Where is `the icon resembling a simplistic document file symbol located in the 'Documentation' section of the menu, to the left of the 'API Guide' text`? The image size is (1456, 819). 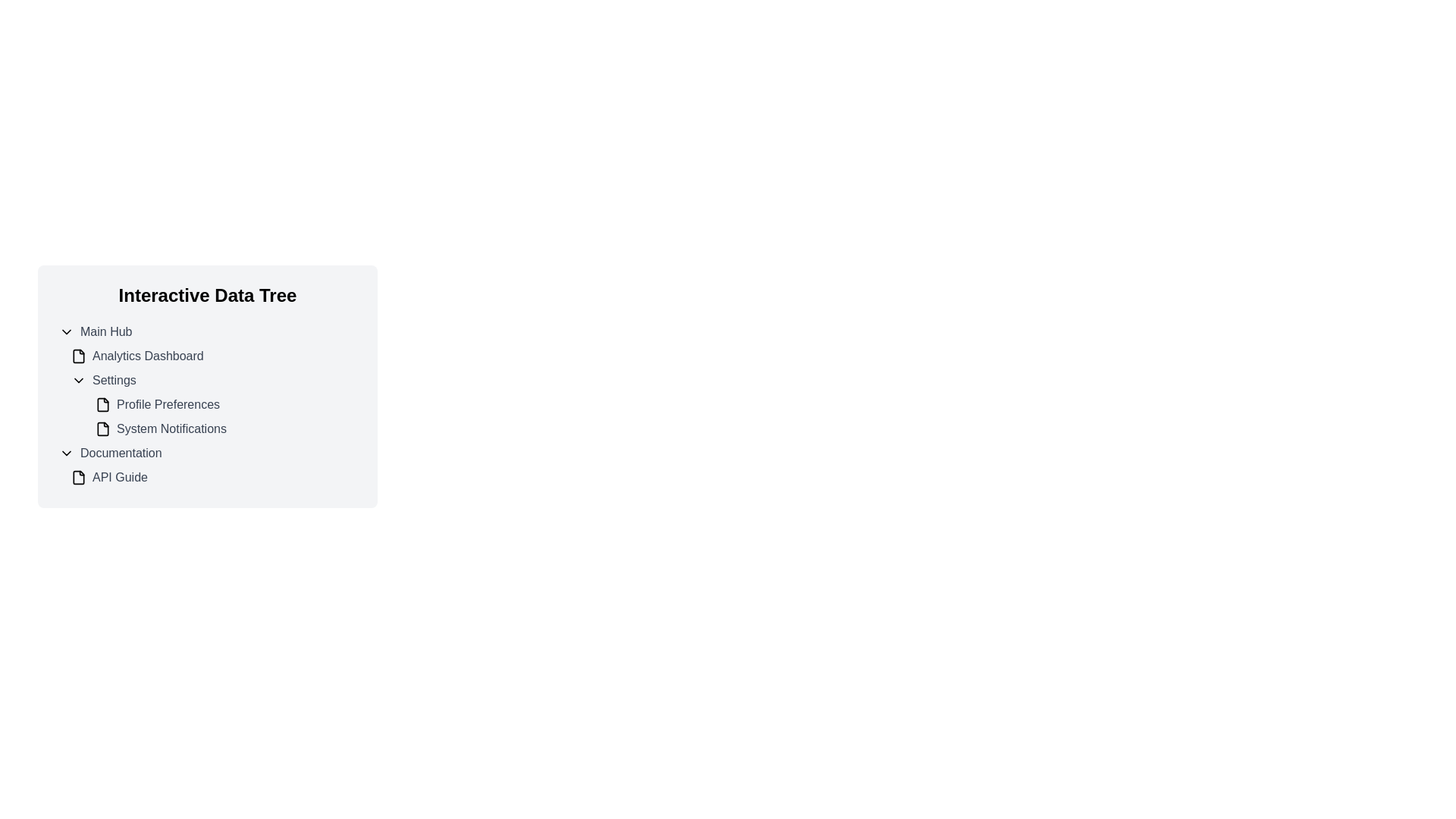
the icon resembling a simplistic document file symbol located in the 'Documentation' section of the menu, to the left of the 'API Guide' text is located at coordinates (78, 476).